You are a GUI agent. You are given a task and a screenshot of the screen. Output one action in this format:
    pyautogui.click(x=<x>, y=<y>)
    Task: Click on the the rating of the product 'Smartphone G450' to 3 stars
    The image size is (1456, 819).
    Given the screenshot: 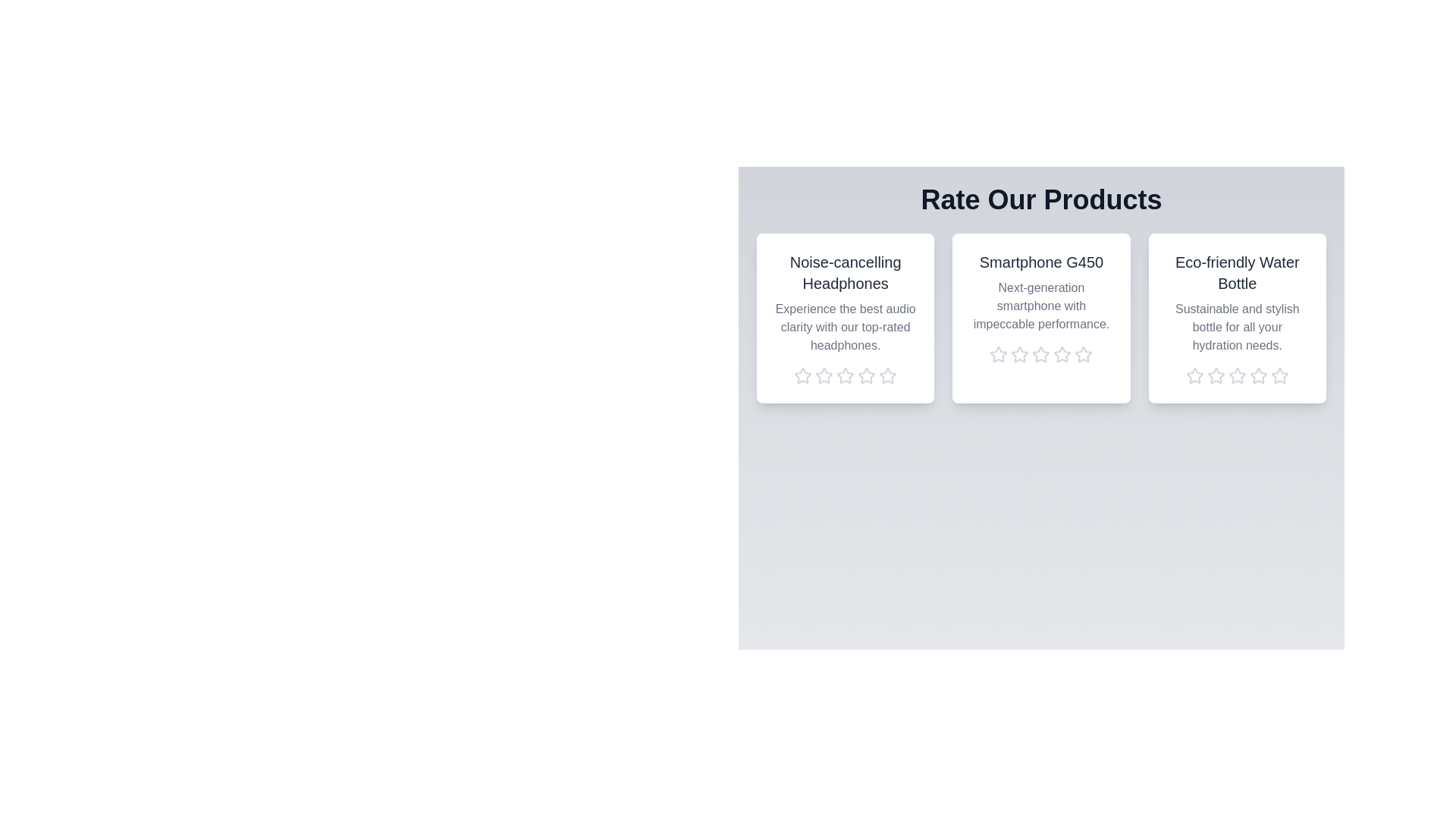 What is the action you would take?
    pyautogui.click(x=1040, y=354)
    